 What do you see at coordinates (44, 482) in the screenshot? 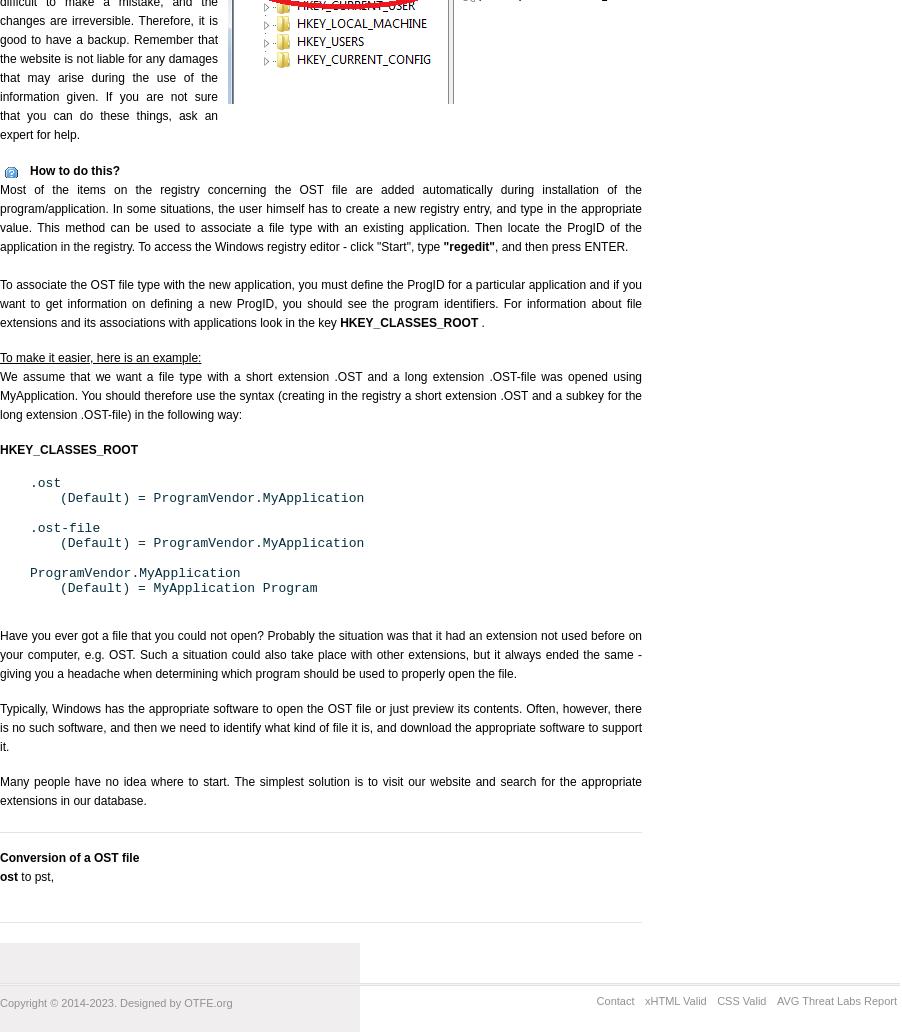
I see `'.ost'` at bounding box center [44, 482].